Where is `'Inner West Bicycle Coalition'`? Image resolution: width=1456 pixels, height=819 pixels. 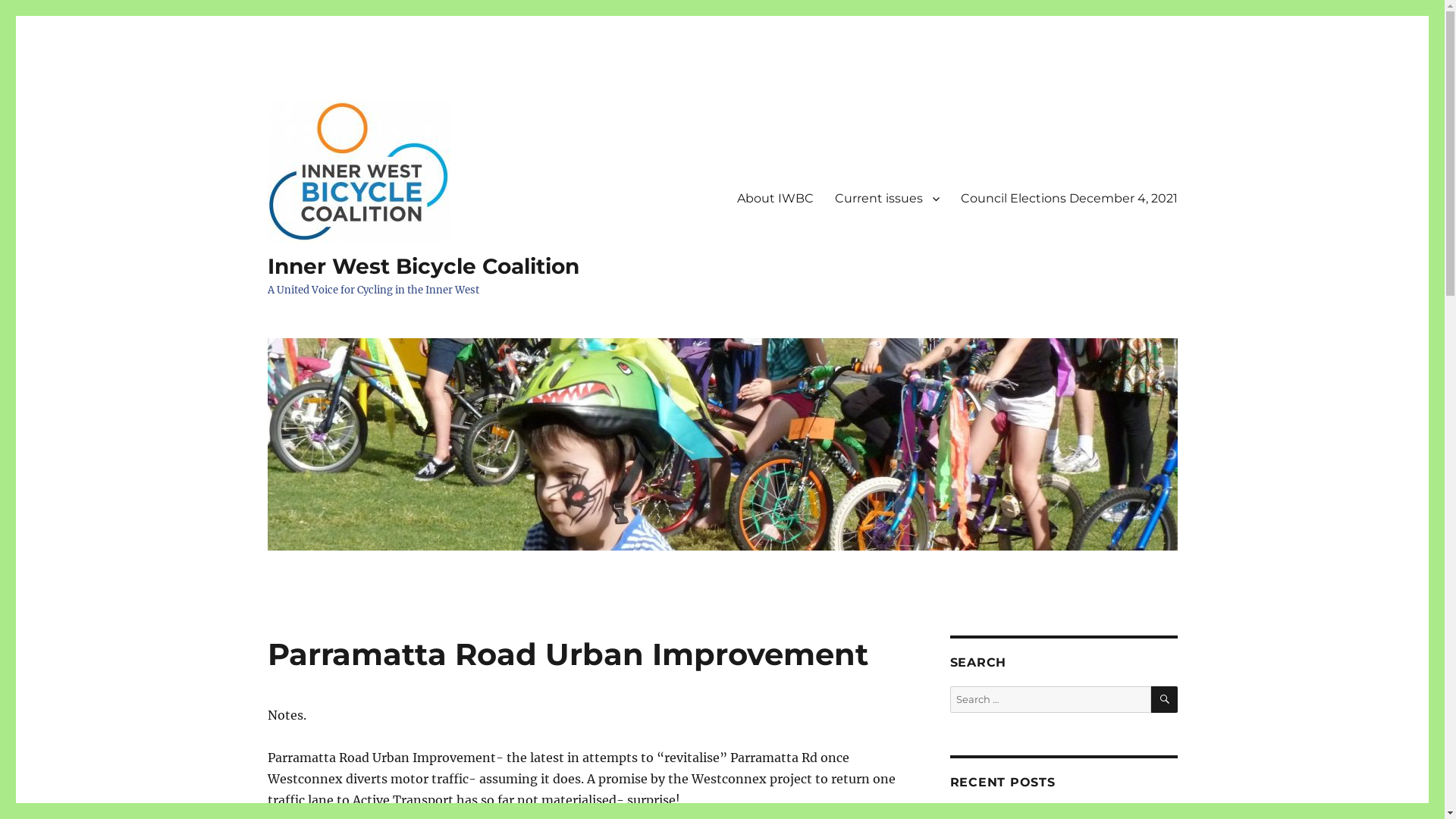
'Inner West Bicycle Coalition' is located at coordinates (422, 265).